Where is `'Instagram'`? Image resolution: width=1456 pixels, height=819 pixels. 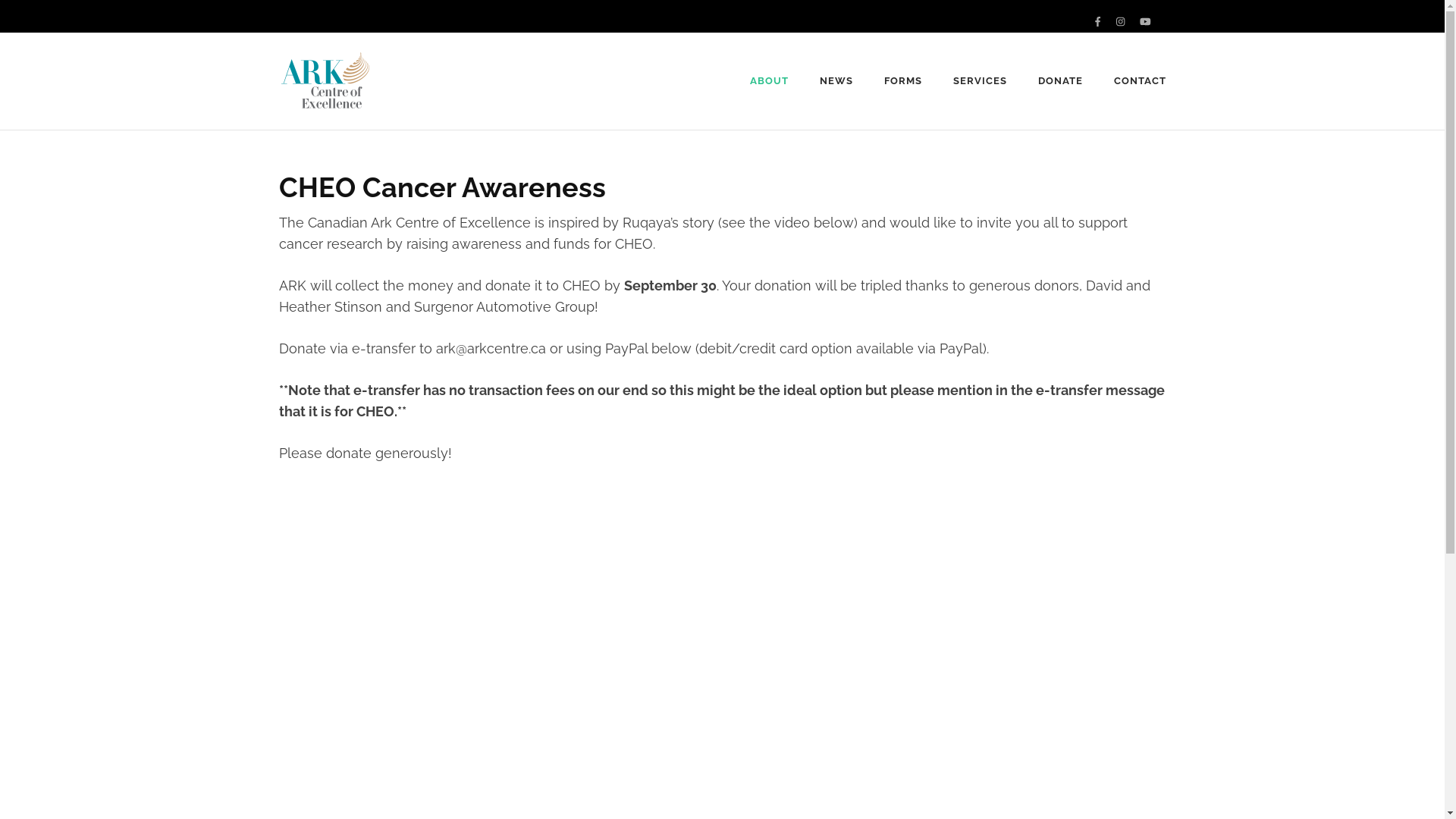
'Instagram' is located at coordinates (1120, 21).